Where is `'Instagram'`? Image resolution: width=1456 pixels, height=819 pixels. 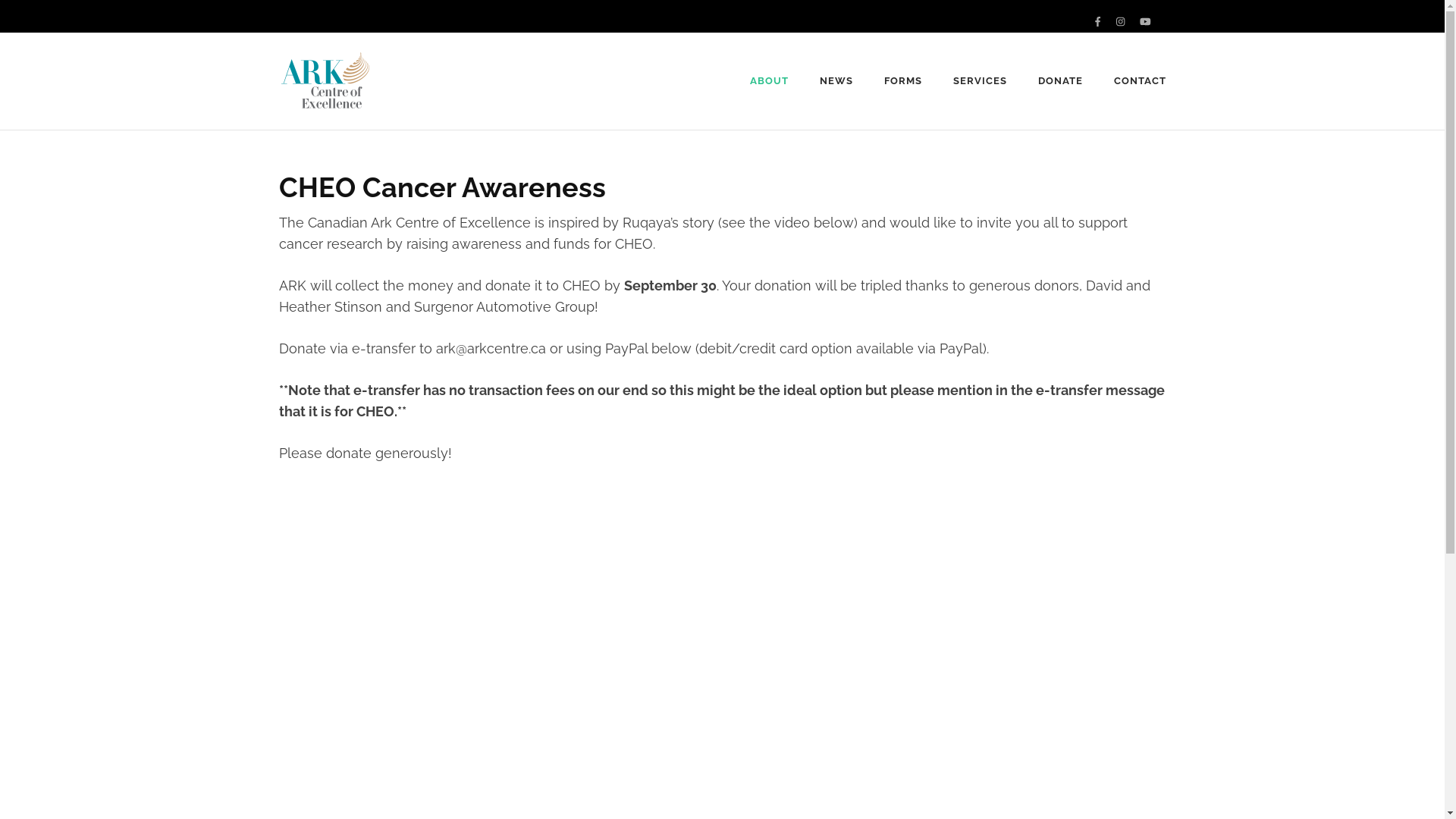
'Instagram' is located at coordinates (1120, 21).